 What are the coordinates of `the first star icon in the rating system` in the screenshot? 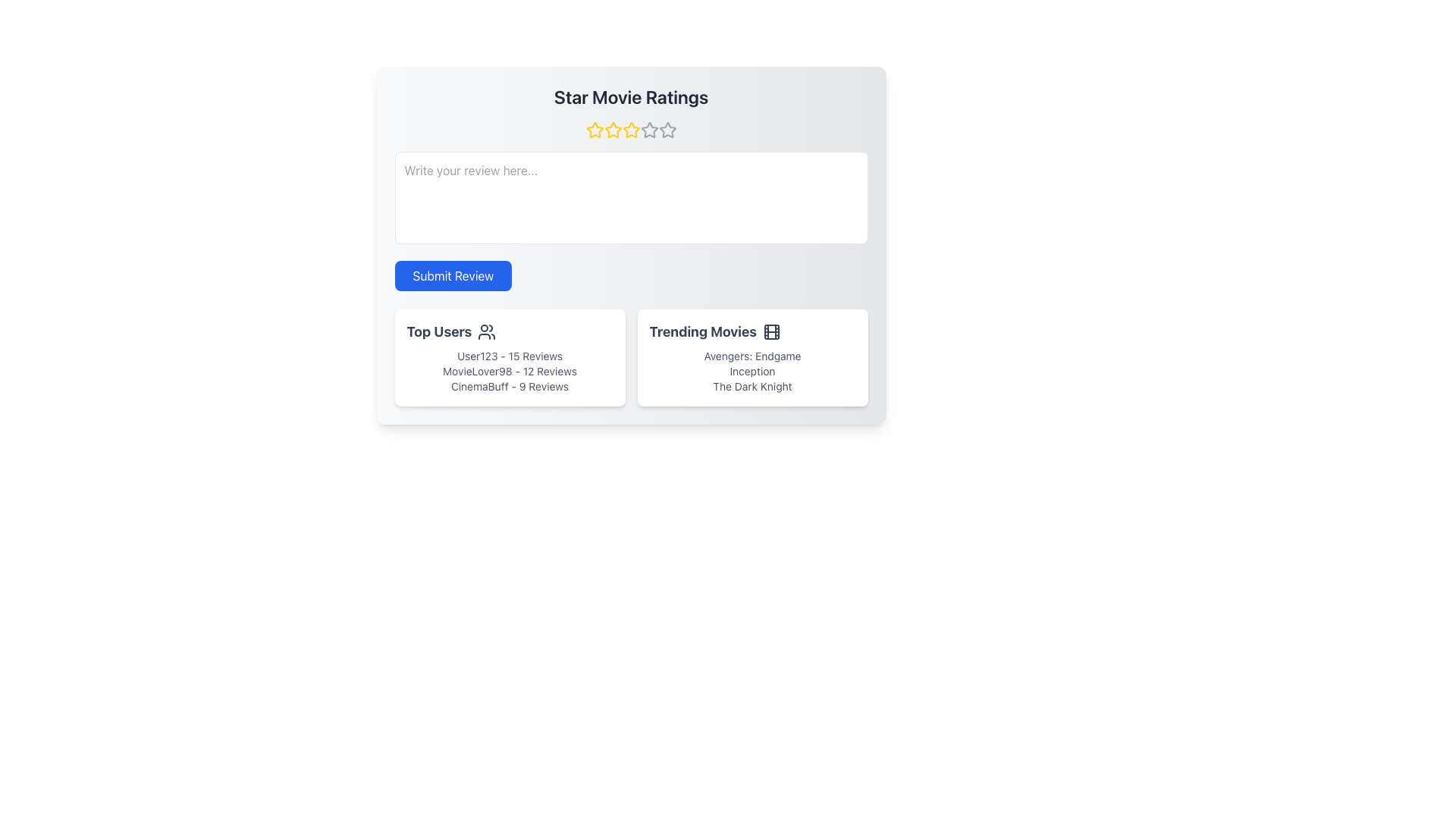 It's located at (594, 129).